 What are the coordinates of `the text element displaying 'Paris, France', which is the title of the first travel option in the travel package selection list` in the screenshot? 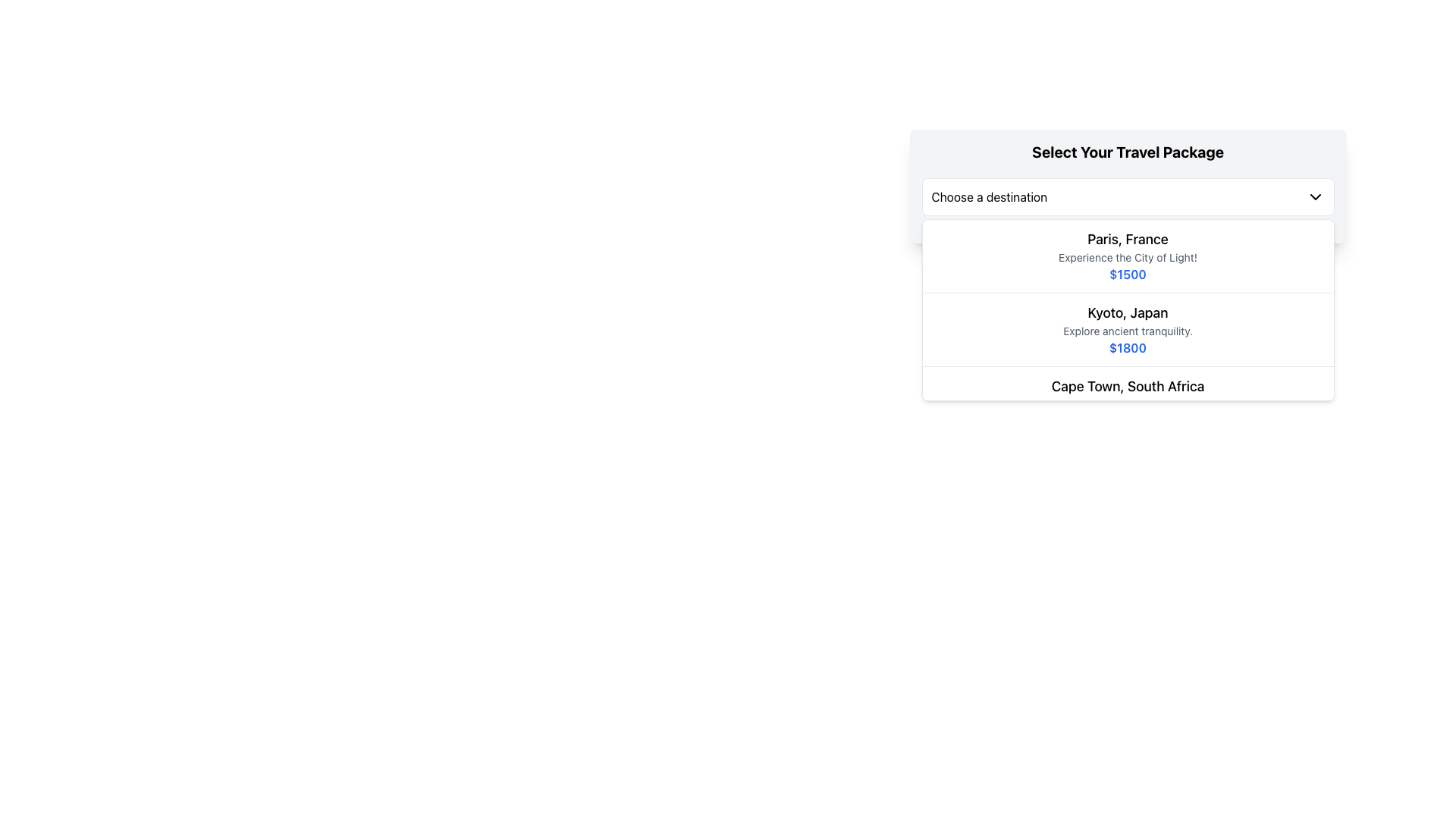 It's located at (1128, 239).